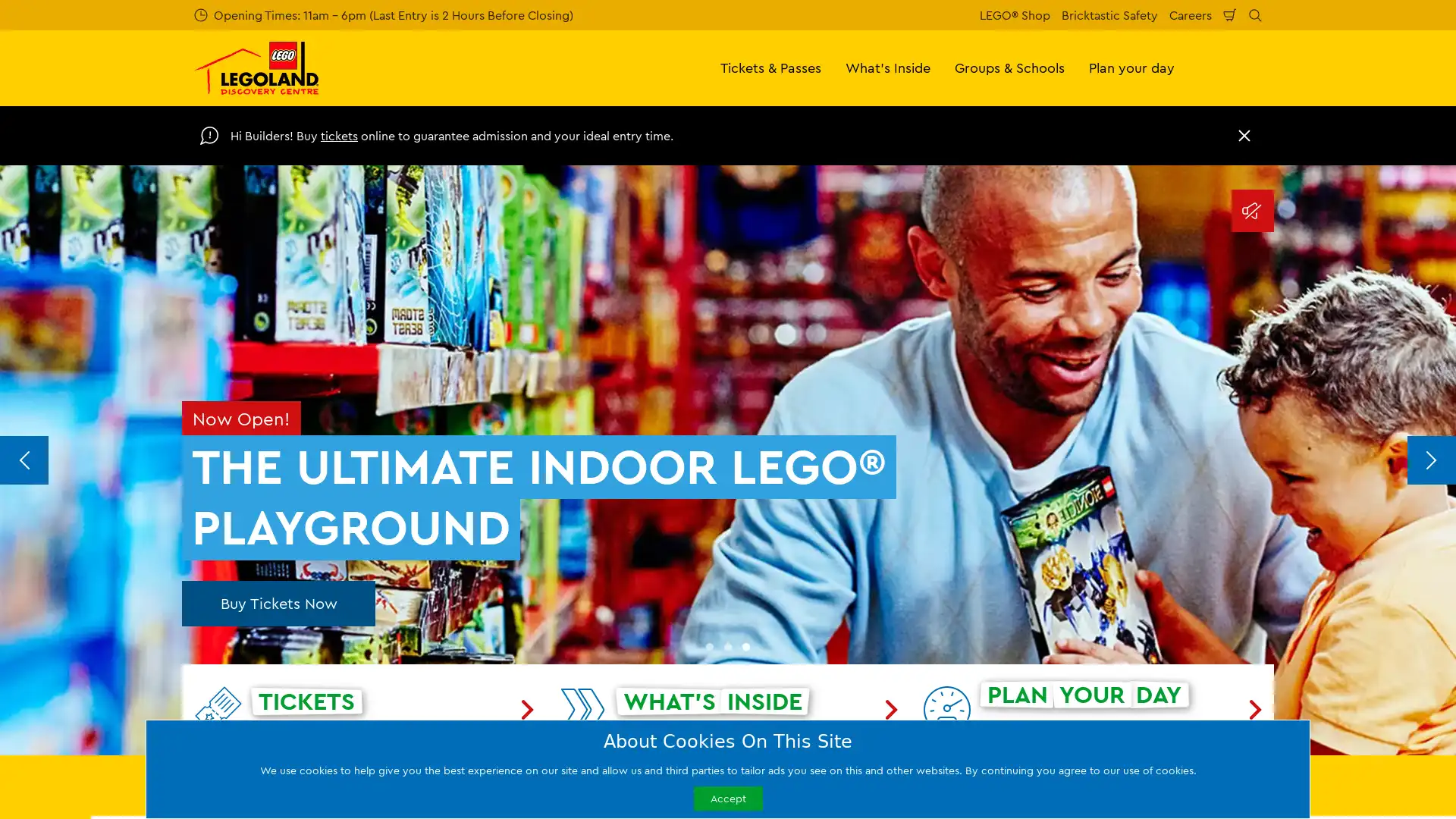 This screenshot has height=819, width=1456. I want to click on Tickets & Passes, so click(770, 67).